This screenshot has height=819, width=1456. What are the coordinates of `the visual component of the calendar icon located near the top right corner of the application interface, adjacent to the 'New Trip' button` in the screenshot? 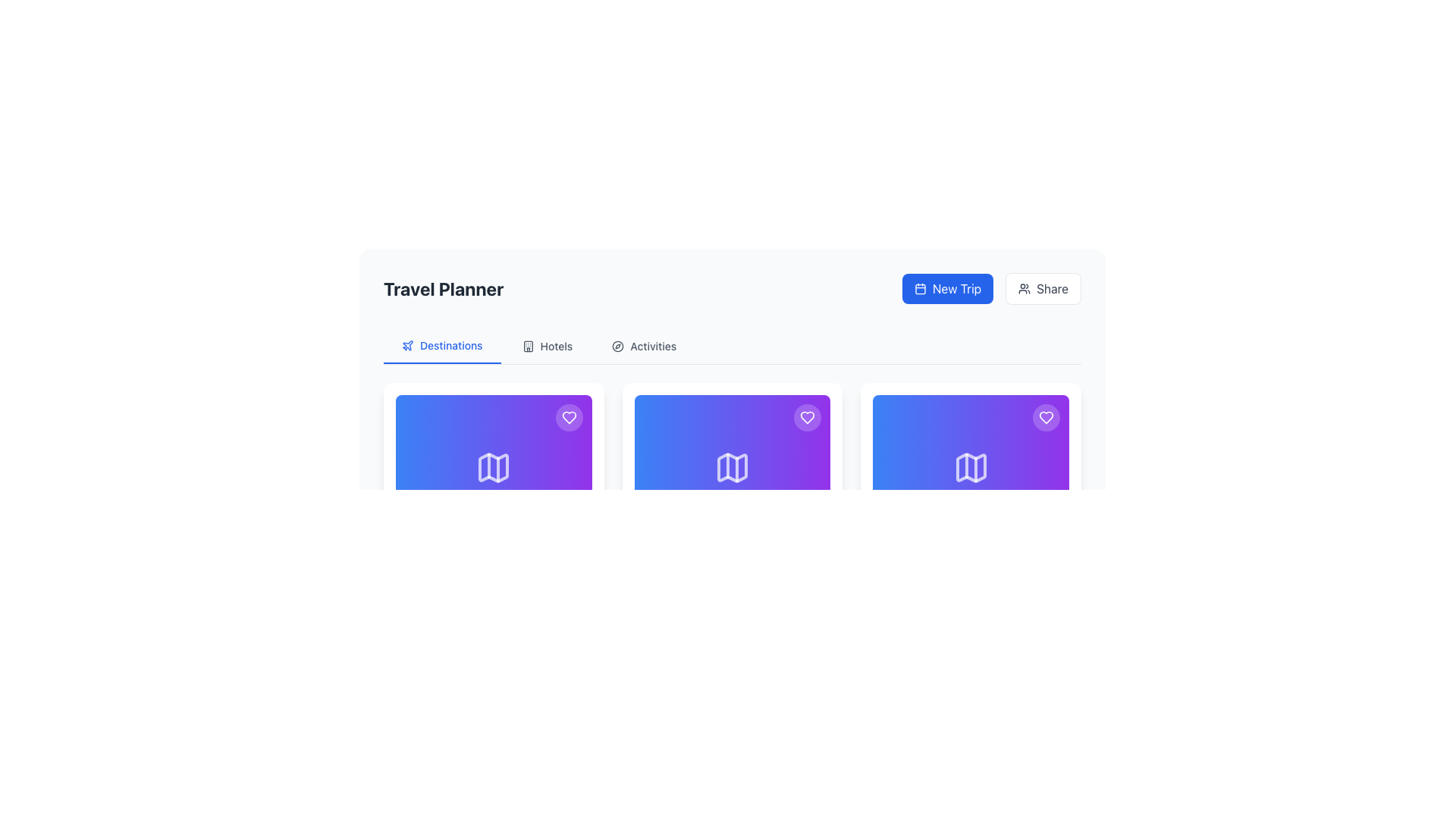 It's located at (920, 289).